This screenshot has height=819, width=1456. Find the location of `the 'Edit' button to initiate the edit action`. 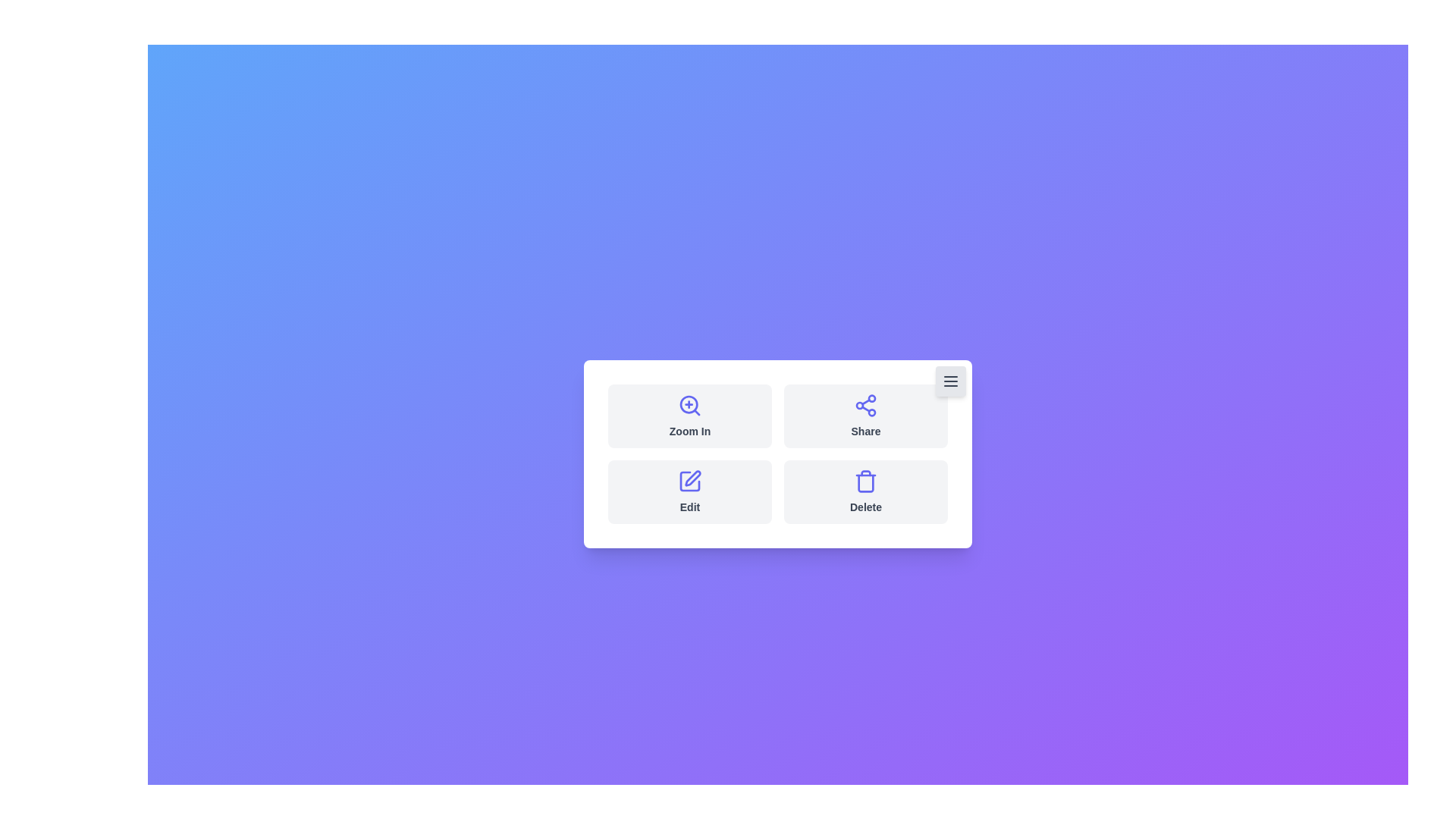

the 'Edit' button to initiate the edit action is located at coordinates (689, 491).